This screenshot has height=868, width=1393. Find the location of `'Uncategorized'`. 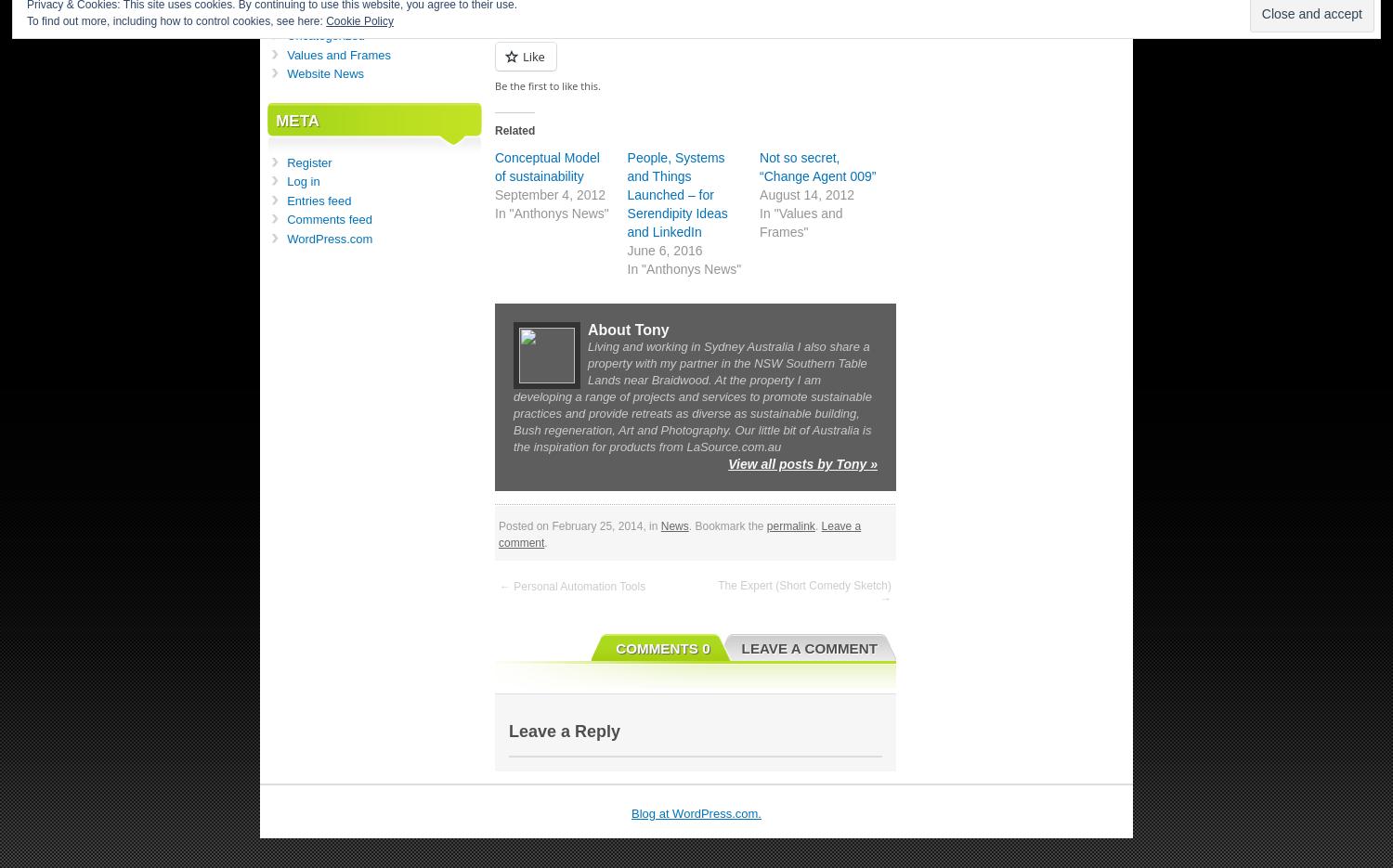

'Uncategorized' is located at coordinates (325, 34).